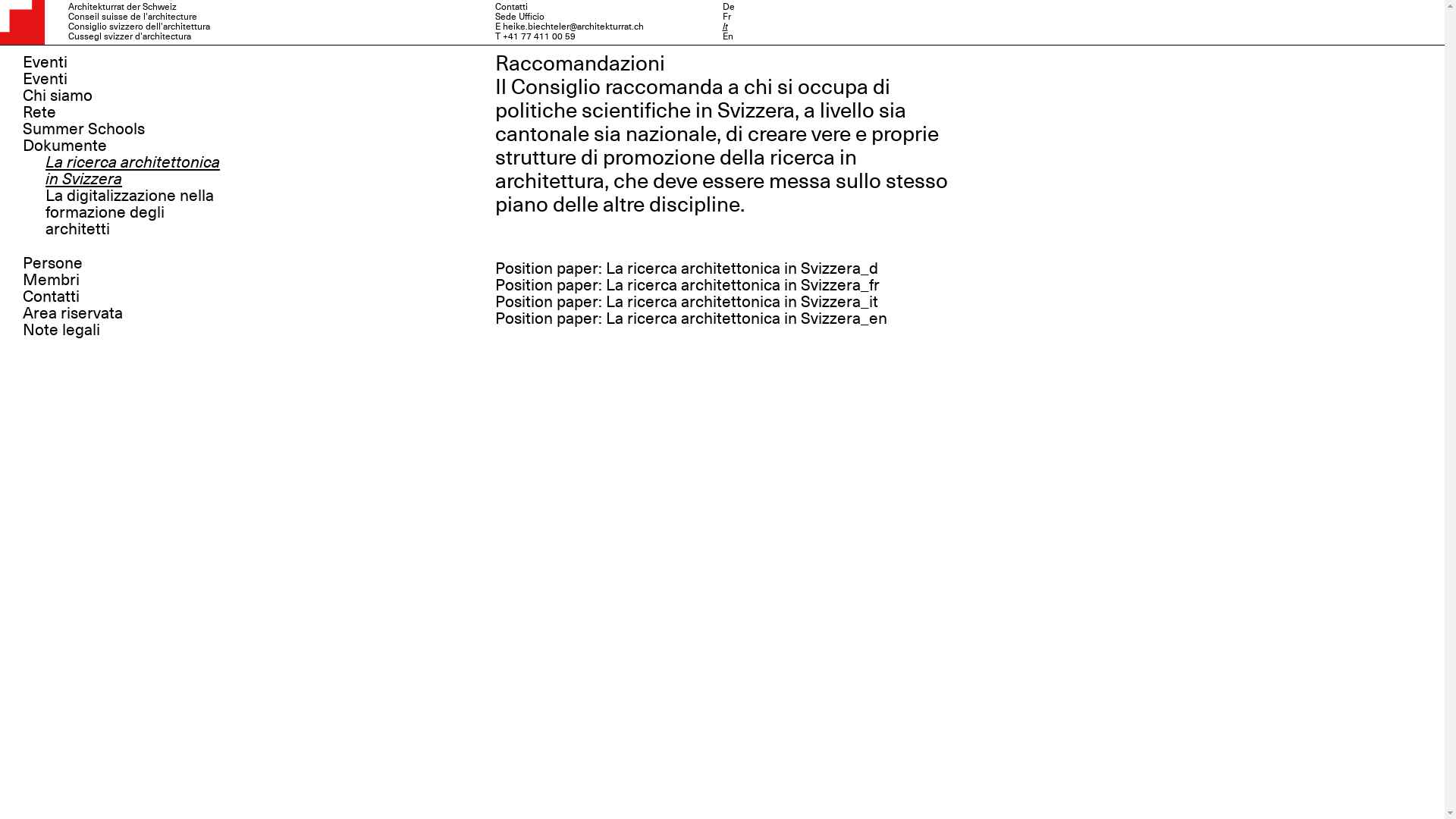 The width and height of the screenshot is (1456, 819). Describe the element at coordinates (130, 212) in the screenshot. I see `'La digitalizzazione nella formazione degli architetti'` at that location.